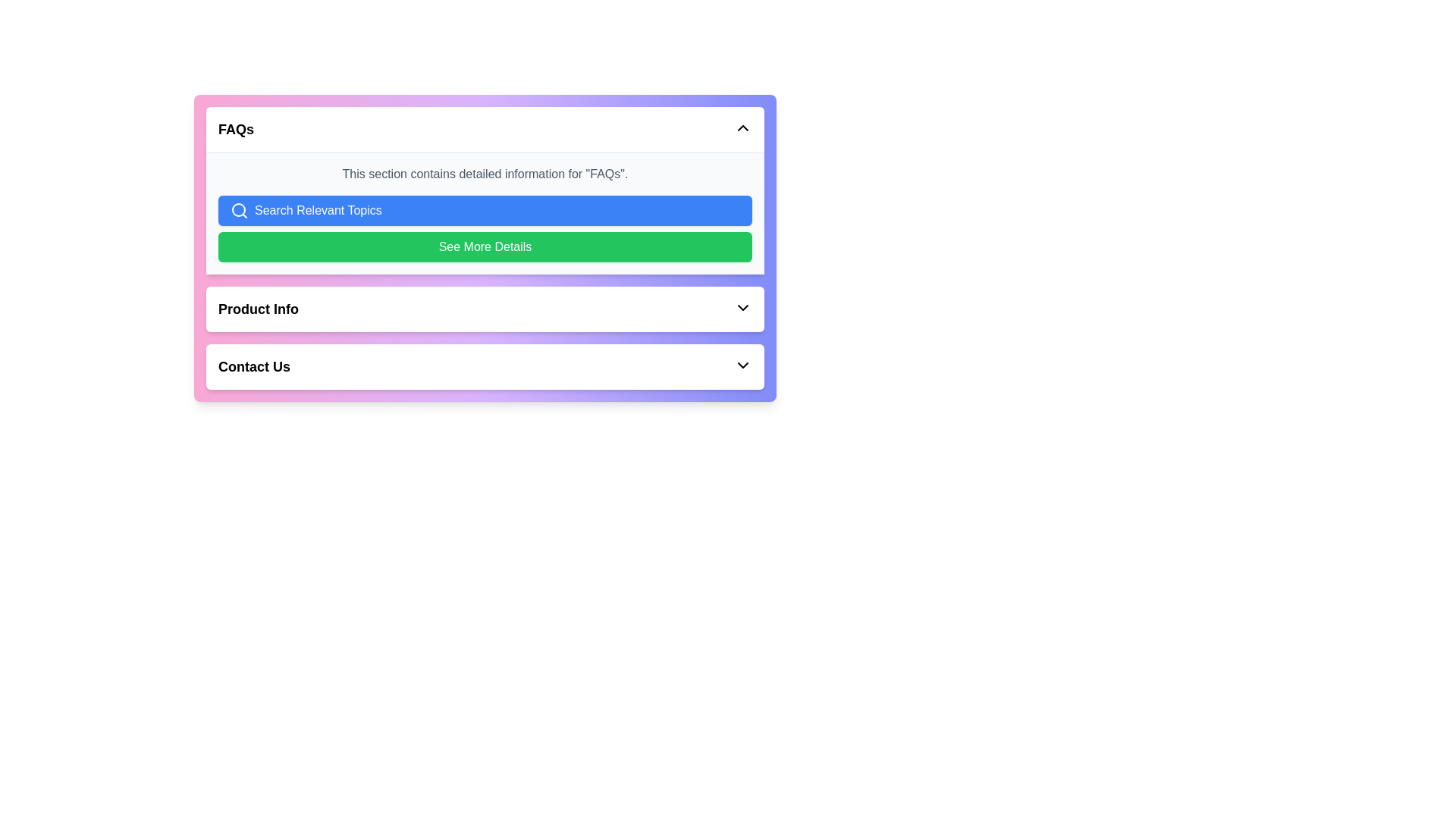  What do you see at coordinates (742, 127) in the screenshot?
I see `the chevron icon pointing upwards in the FAQs header section` at bounding box center [742, 127].